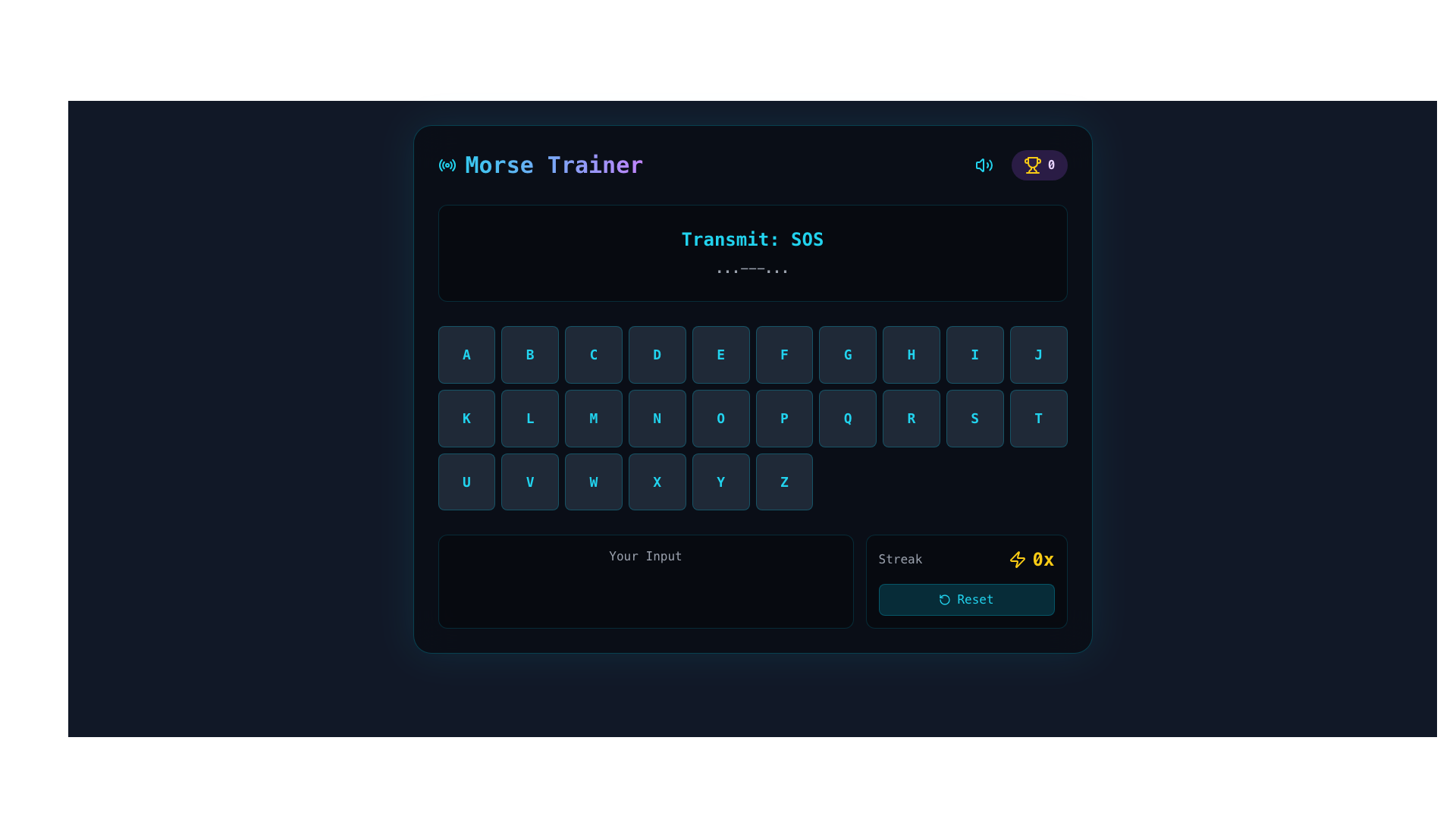 The height and width of the screenshot is (819, 1456). Describe the element at coordinates (1031, 162) in the screenshot. I see `the trophy icon in the top right area of the interface that represents the rewards or achievements system` at that location.